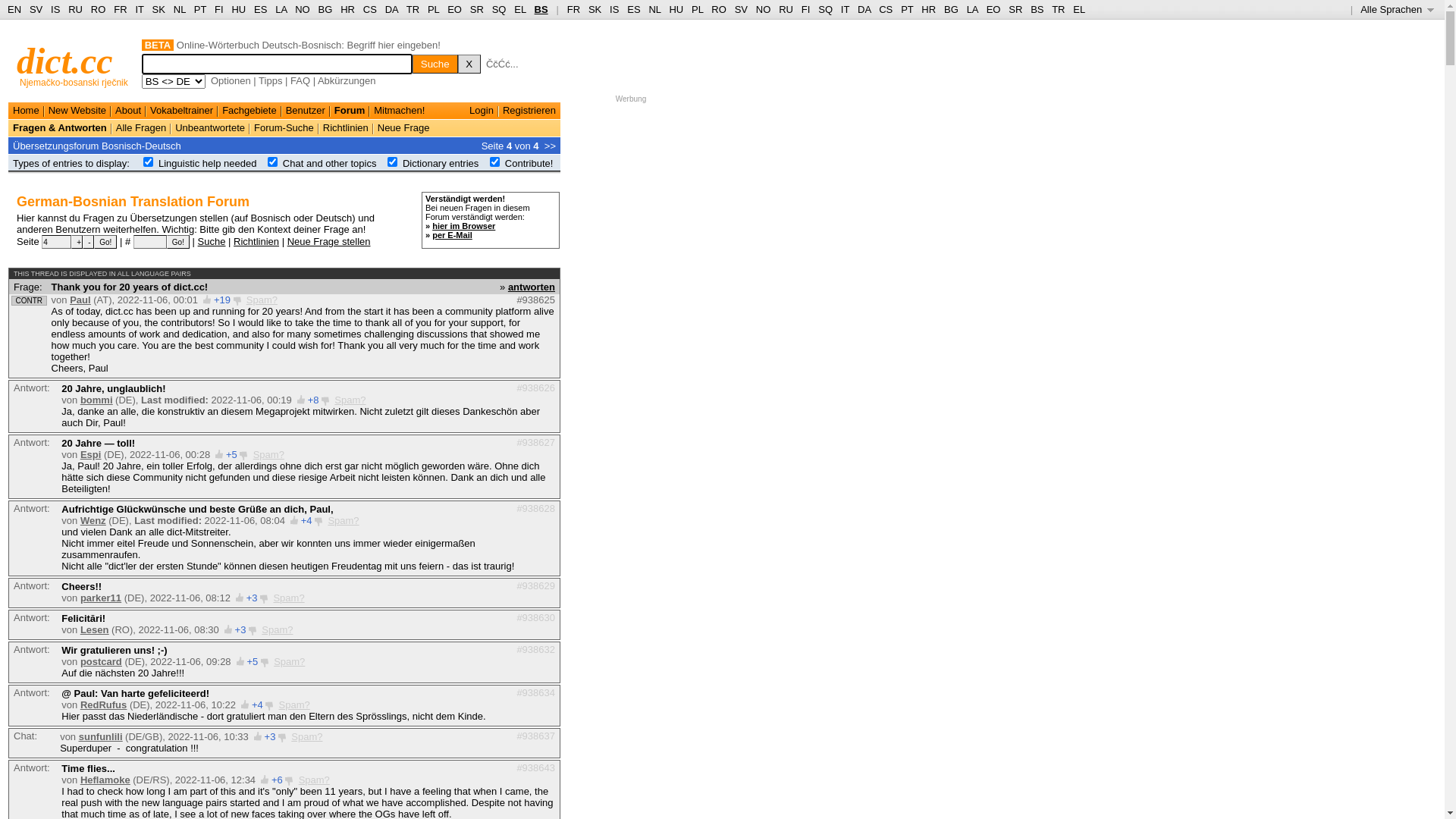  I want to click on 'BG', so click(950, 9).